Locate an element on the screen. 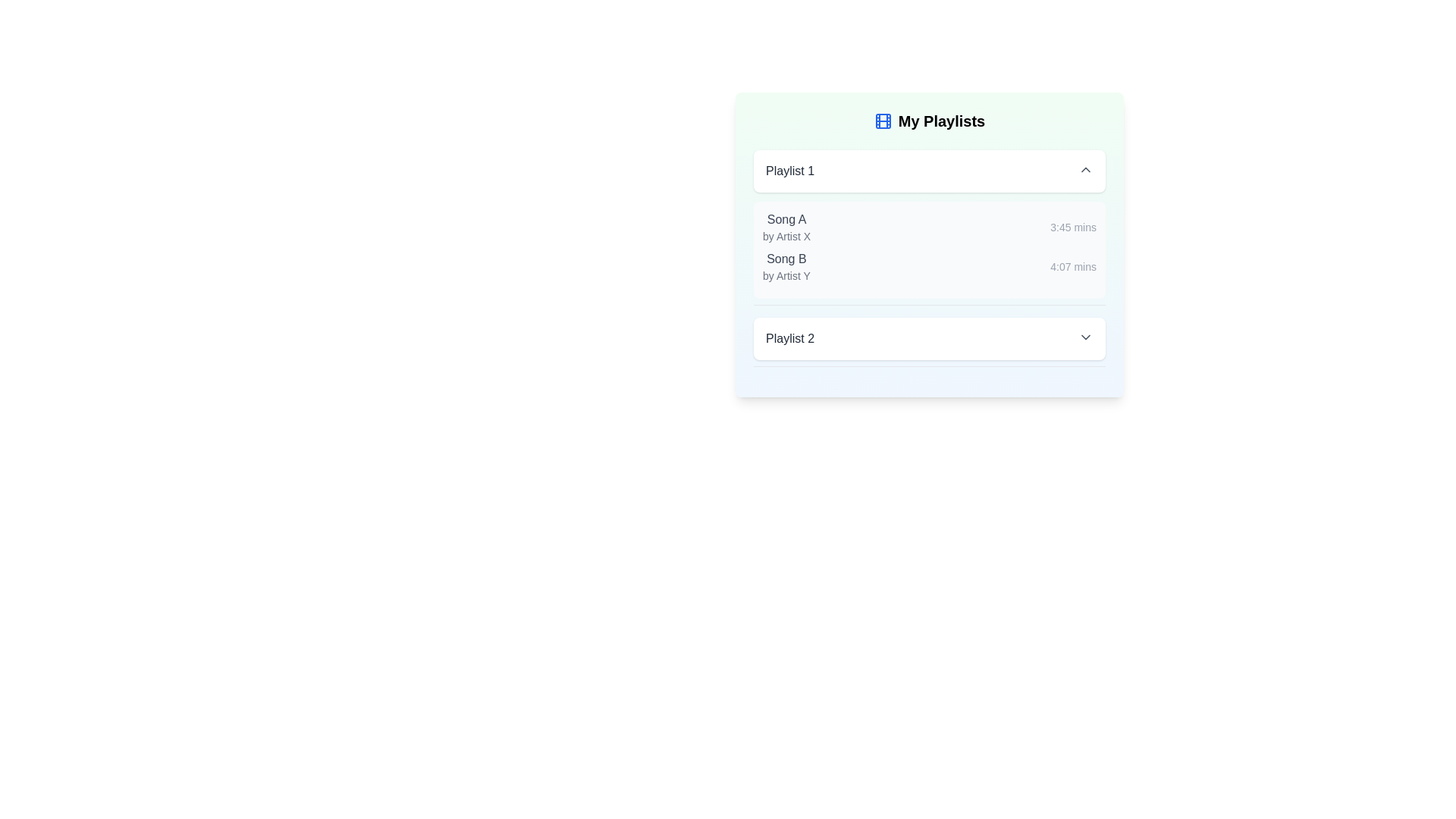  bold black text 'My Playlists' located at the top-center of the card-like section, which includes a blue filmstrip icon is located at coordinates (928, 120).